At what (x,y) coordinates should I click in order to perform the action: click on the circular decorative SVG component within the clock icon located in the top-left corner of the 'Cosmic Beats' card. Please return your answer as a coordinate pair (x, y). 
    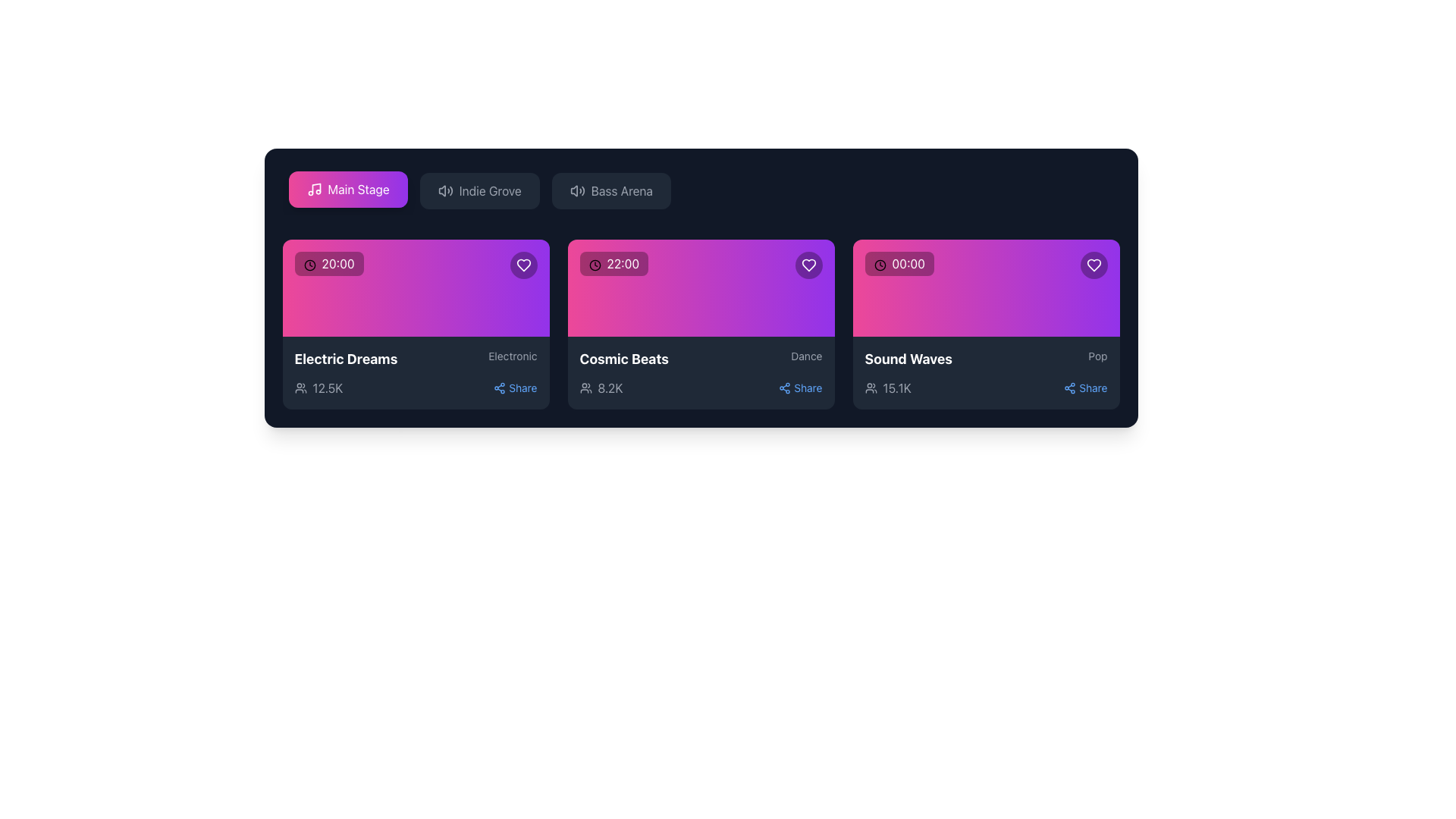
    Looking at the image, I should click on (594, 264).